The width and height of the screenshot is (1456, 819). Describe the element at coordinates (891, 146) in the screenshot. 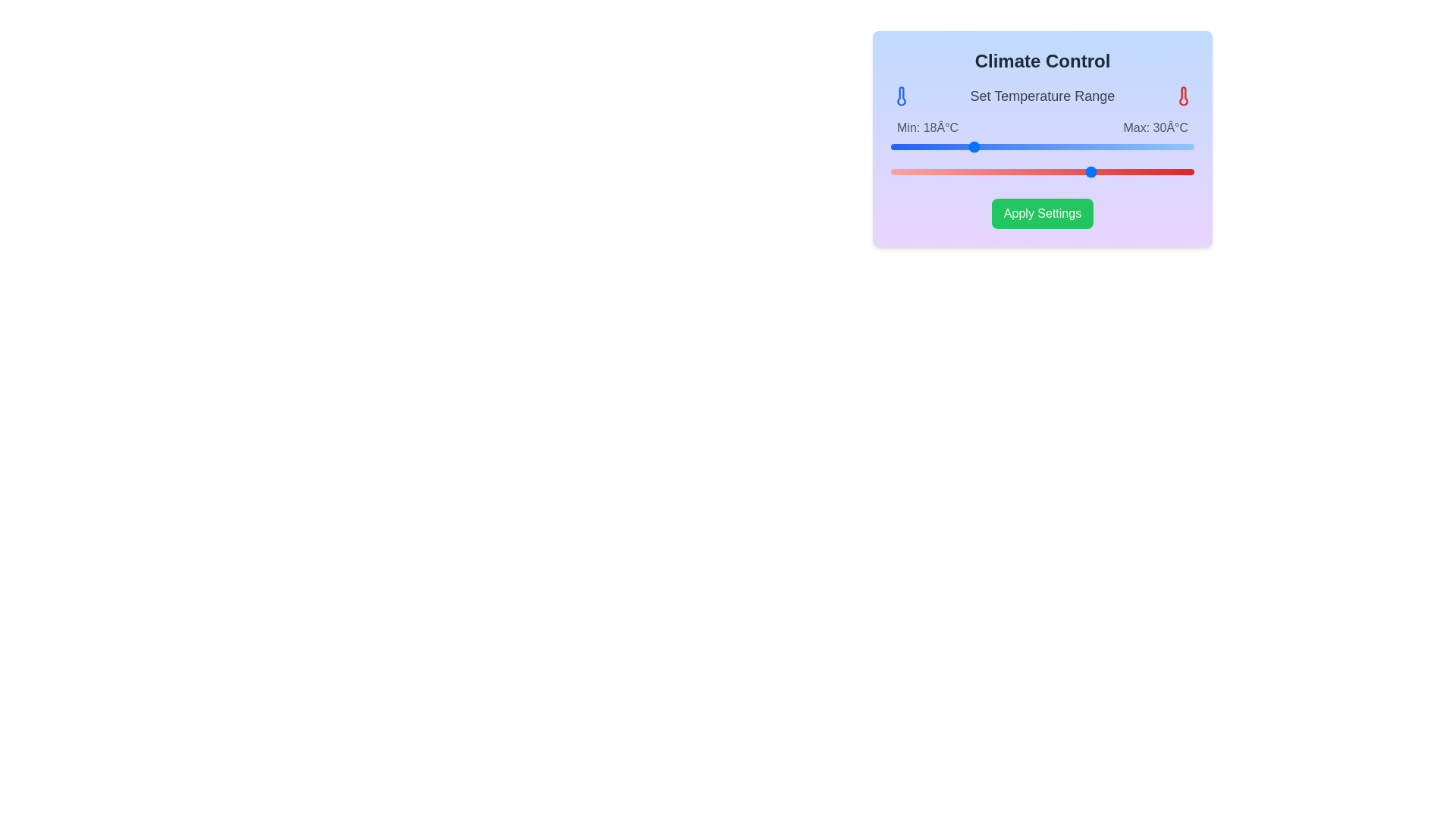

I see `the left slider to set the minimum temperature to 10°C` at that location.